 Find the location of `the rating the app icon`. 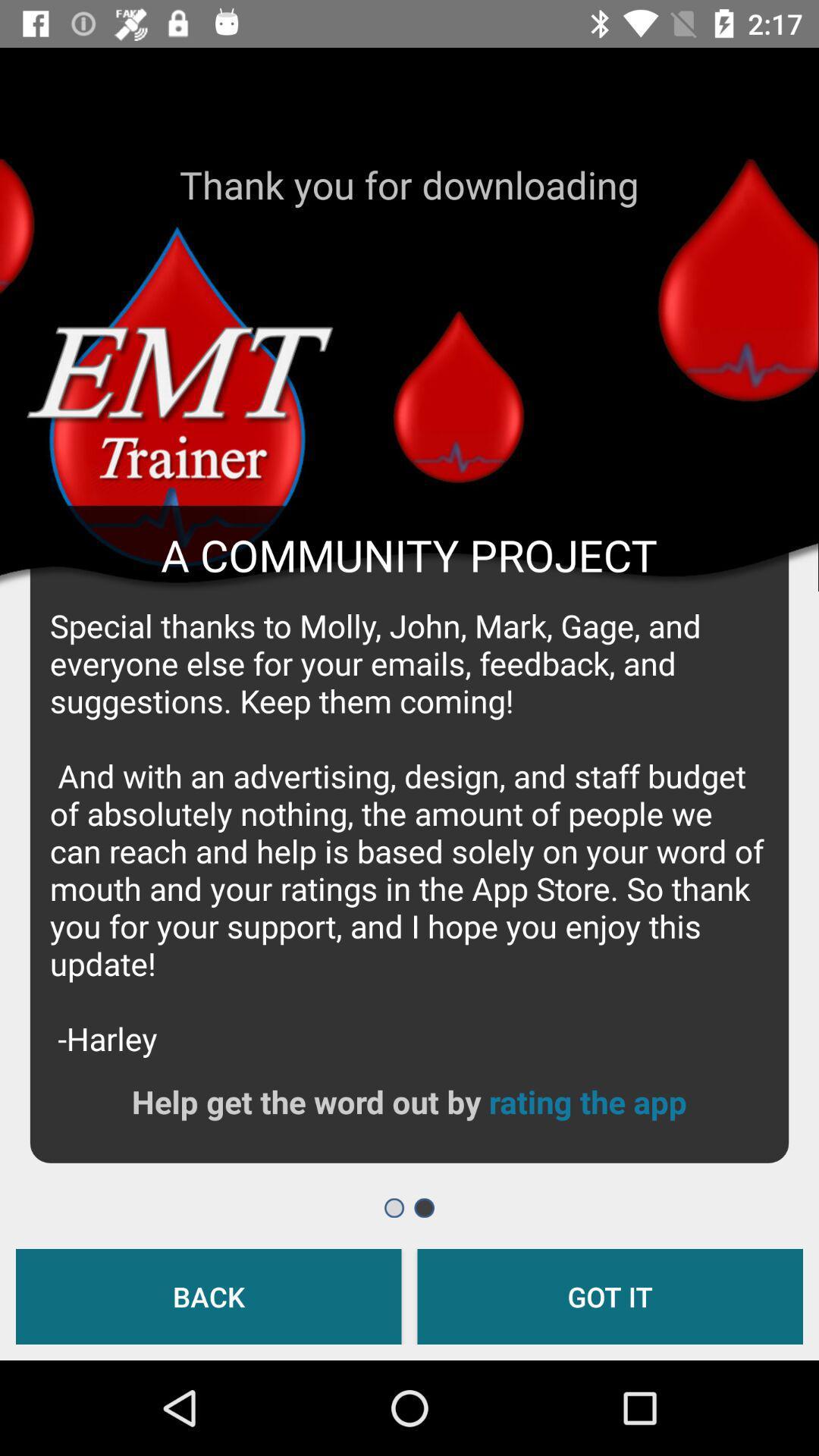

the rating the app icon is located at coordinates (587, 1101).